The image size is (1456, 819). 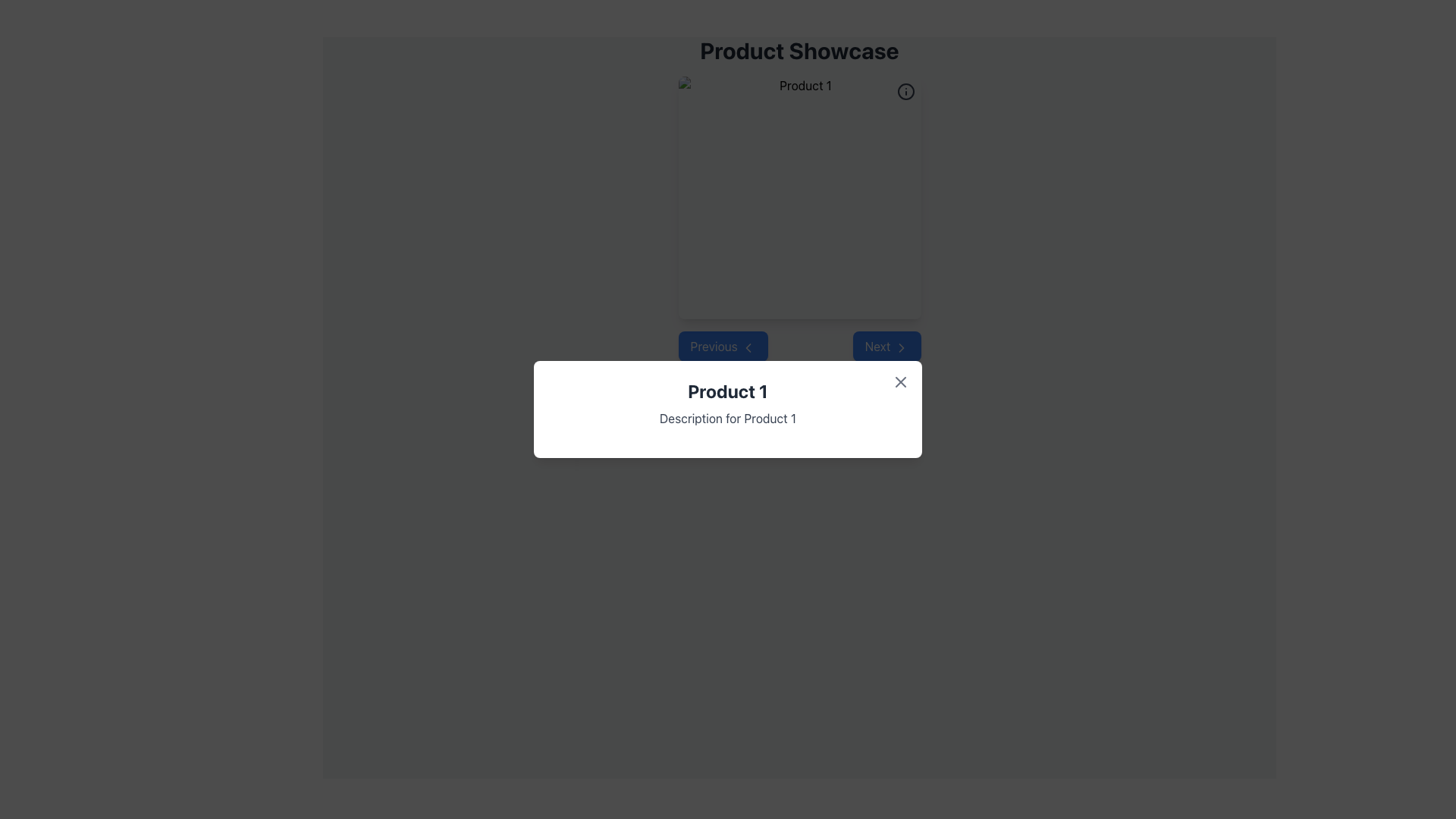 What do you see at coordinates (728, 418) in the screenshot?
I see `the text label providing a brief description of 'Product 1' located directly below the bolded title in the white rectangular modal` at bounding box center [728, 418].